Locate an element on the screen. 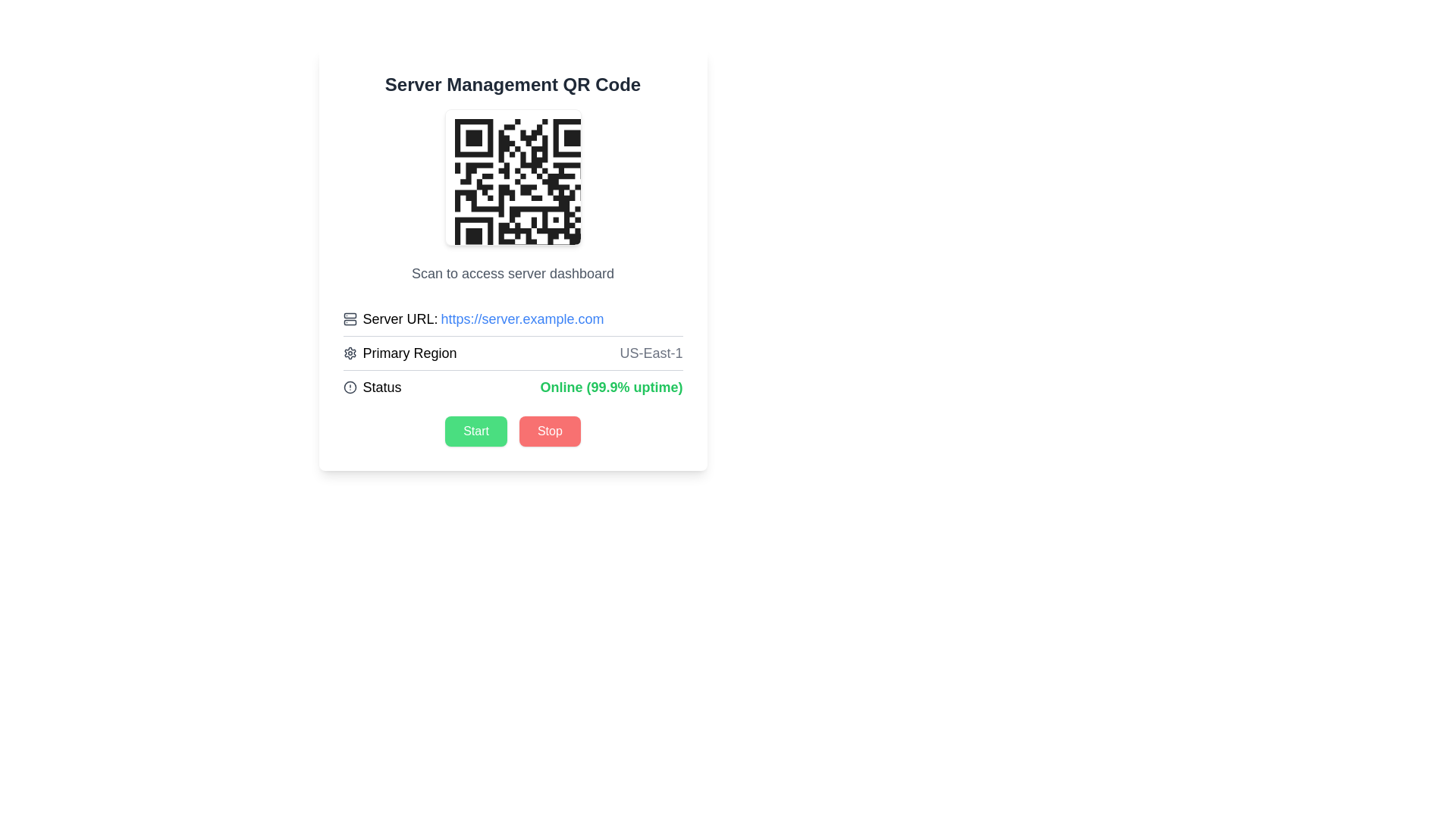 Image resolution: width=1456 pixels, height=819 pixels. the uppermost rectangular segment of the server icon, which visually represents a section of the server design is located at coordinates (349, 315).